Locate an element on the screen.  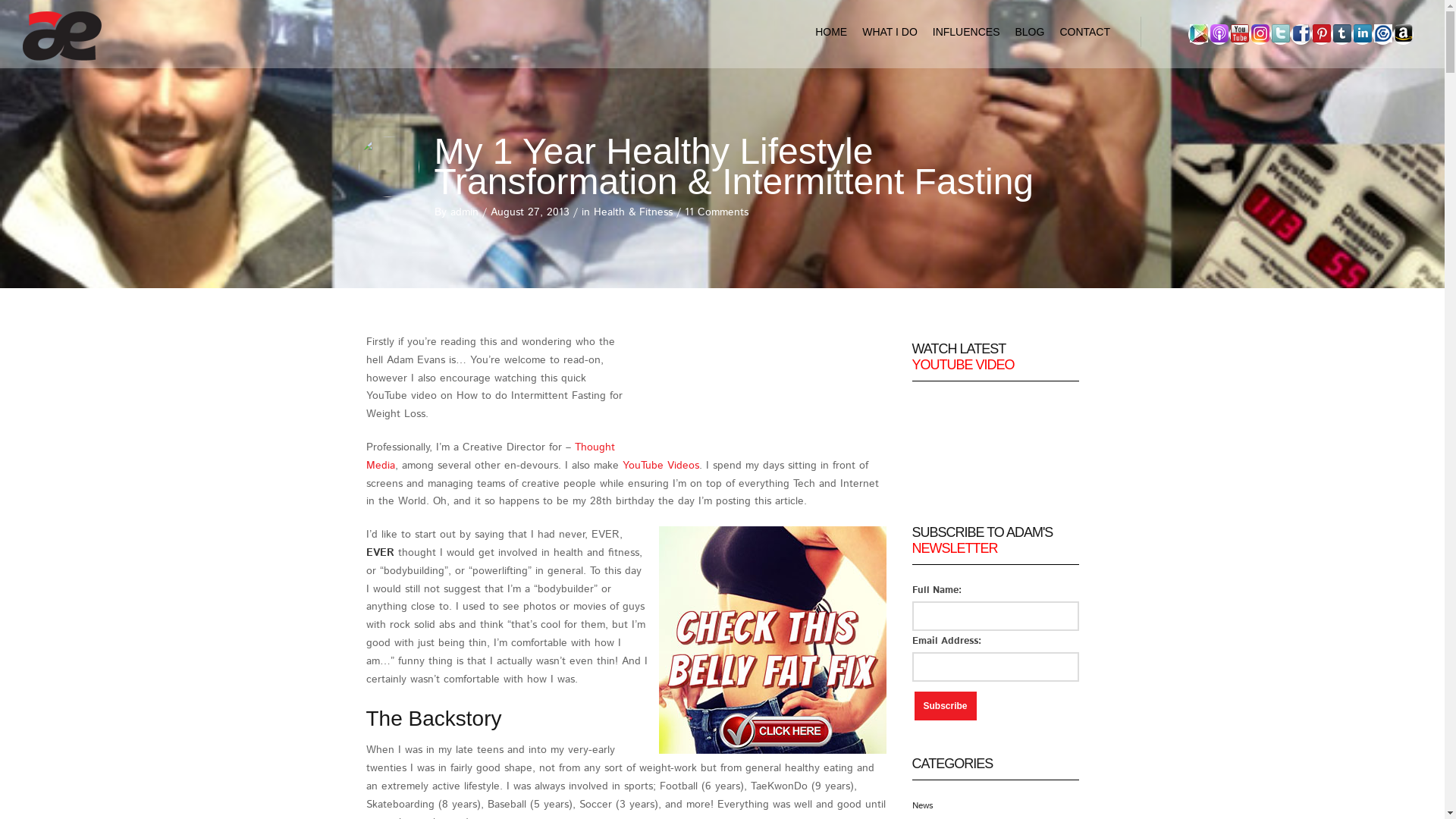
'YouTube Video Player' is located at coordinates (994, 447).